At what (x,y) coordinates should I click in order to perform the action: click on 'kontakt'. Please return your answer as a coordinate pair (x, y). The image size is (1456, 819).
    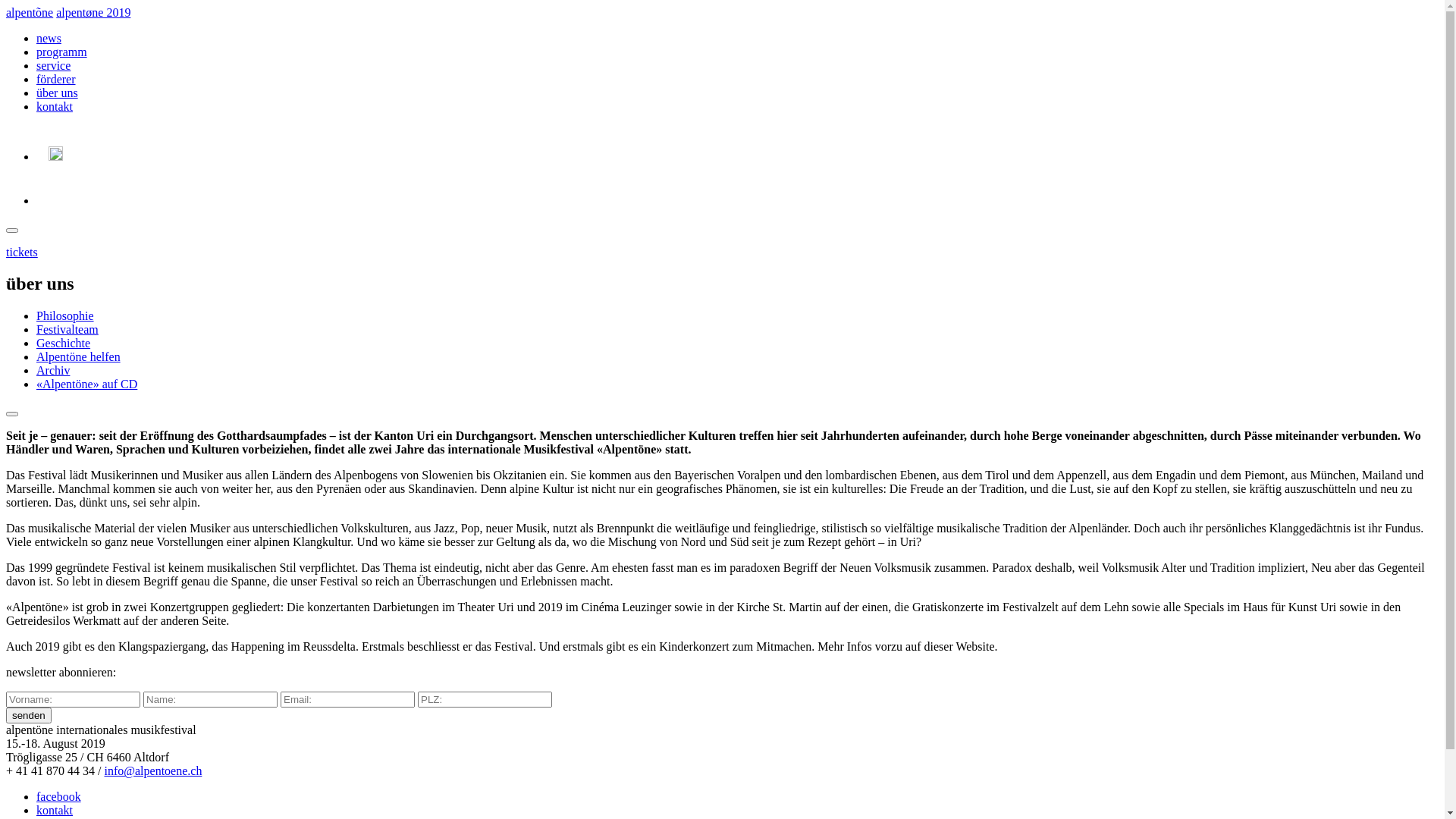
    Looking at the image, I should click on (55, 105).